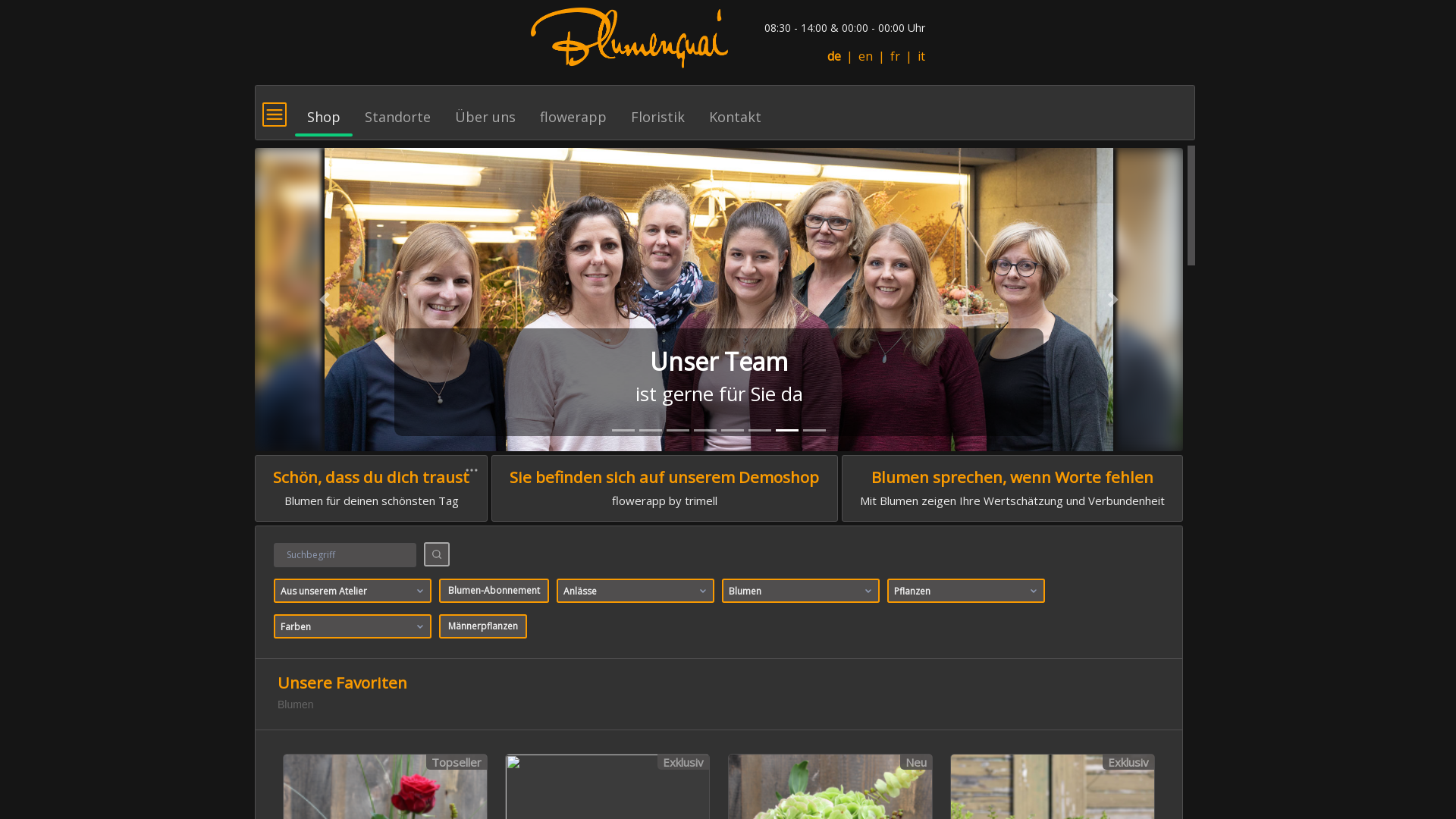  What do you see at coordinates (800, 590) in the screenshot?
I see `'Blumen'` at bounding box center [800, 590].